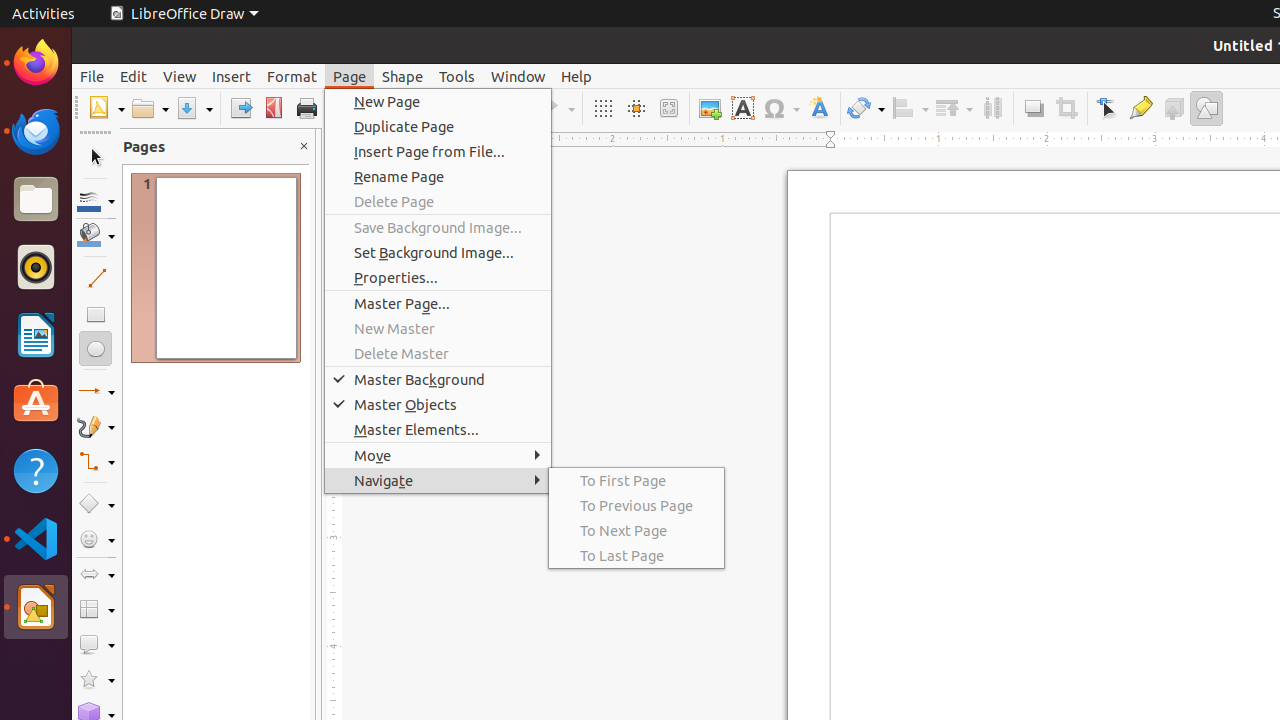 This screenshot has height=720, width=1280. Describe the element at coordinates (305, 108) in the screenshot. I see `'Print'` at that location.